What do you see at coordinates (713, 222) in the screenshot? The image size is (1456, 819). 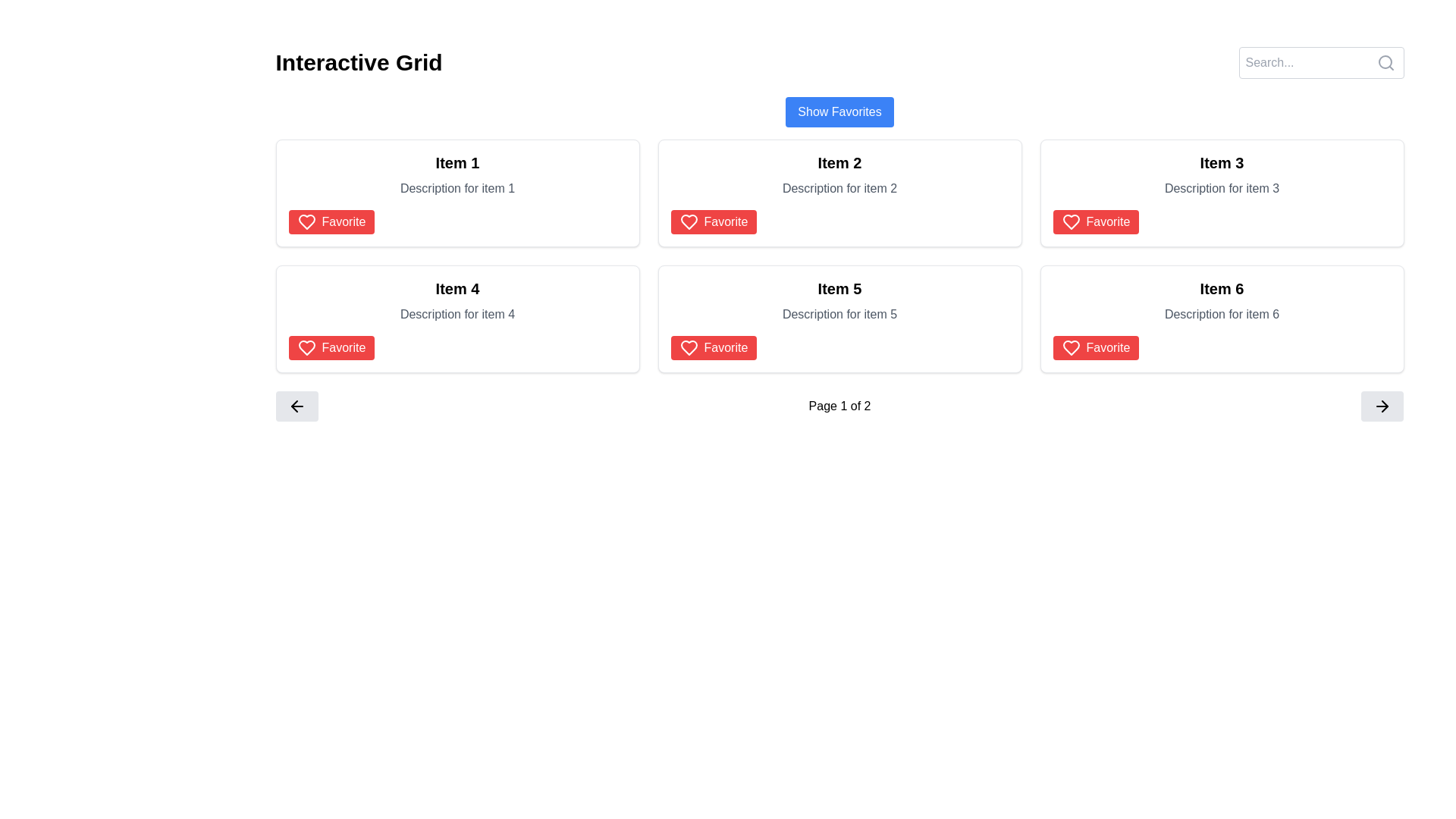 I see `the 'Favorite' button with a red background and white text located at the bottom of 'Item 2' card` at bounding box center [713, 222].